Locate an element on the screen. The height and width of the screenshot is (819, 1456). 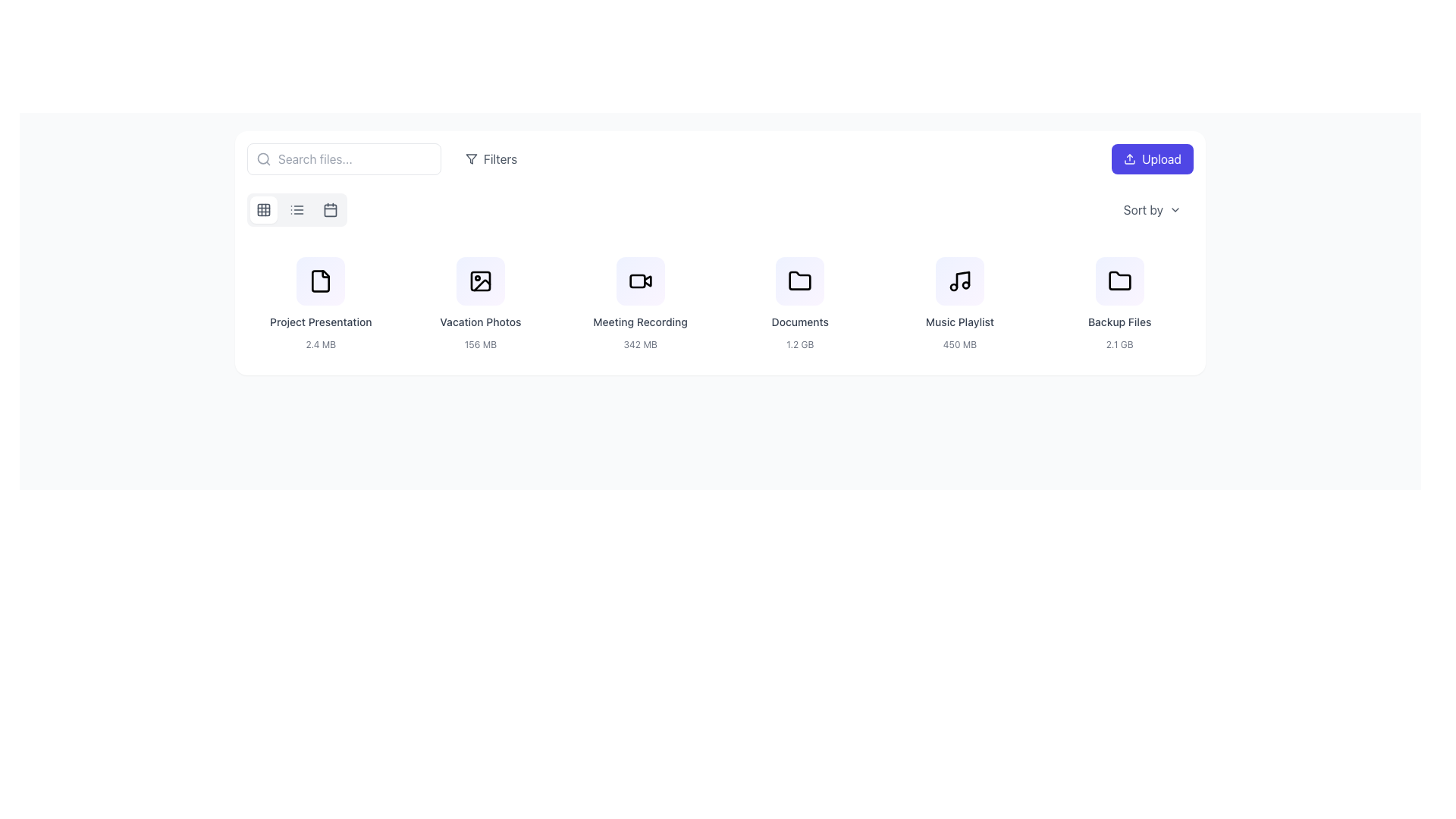
the first button in the top-left corner of the main content panel is located at coordinates (263, 210).